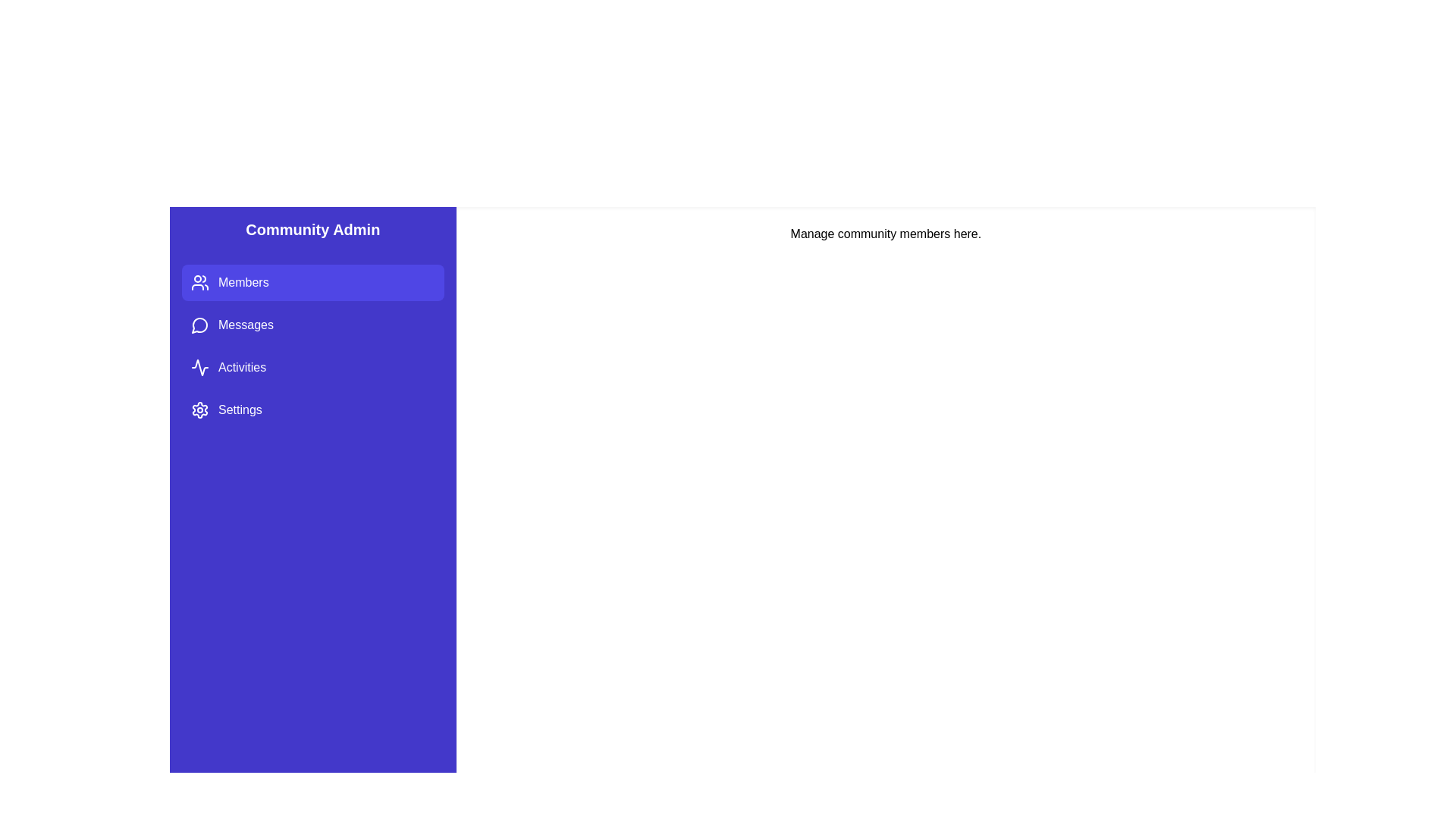  Describe the element at coordinates (199, 325) in the screenshot. I see `the 'Messages' SVG icon in the sidebar menu, which is the second item from the top` at that location.